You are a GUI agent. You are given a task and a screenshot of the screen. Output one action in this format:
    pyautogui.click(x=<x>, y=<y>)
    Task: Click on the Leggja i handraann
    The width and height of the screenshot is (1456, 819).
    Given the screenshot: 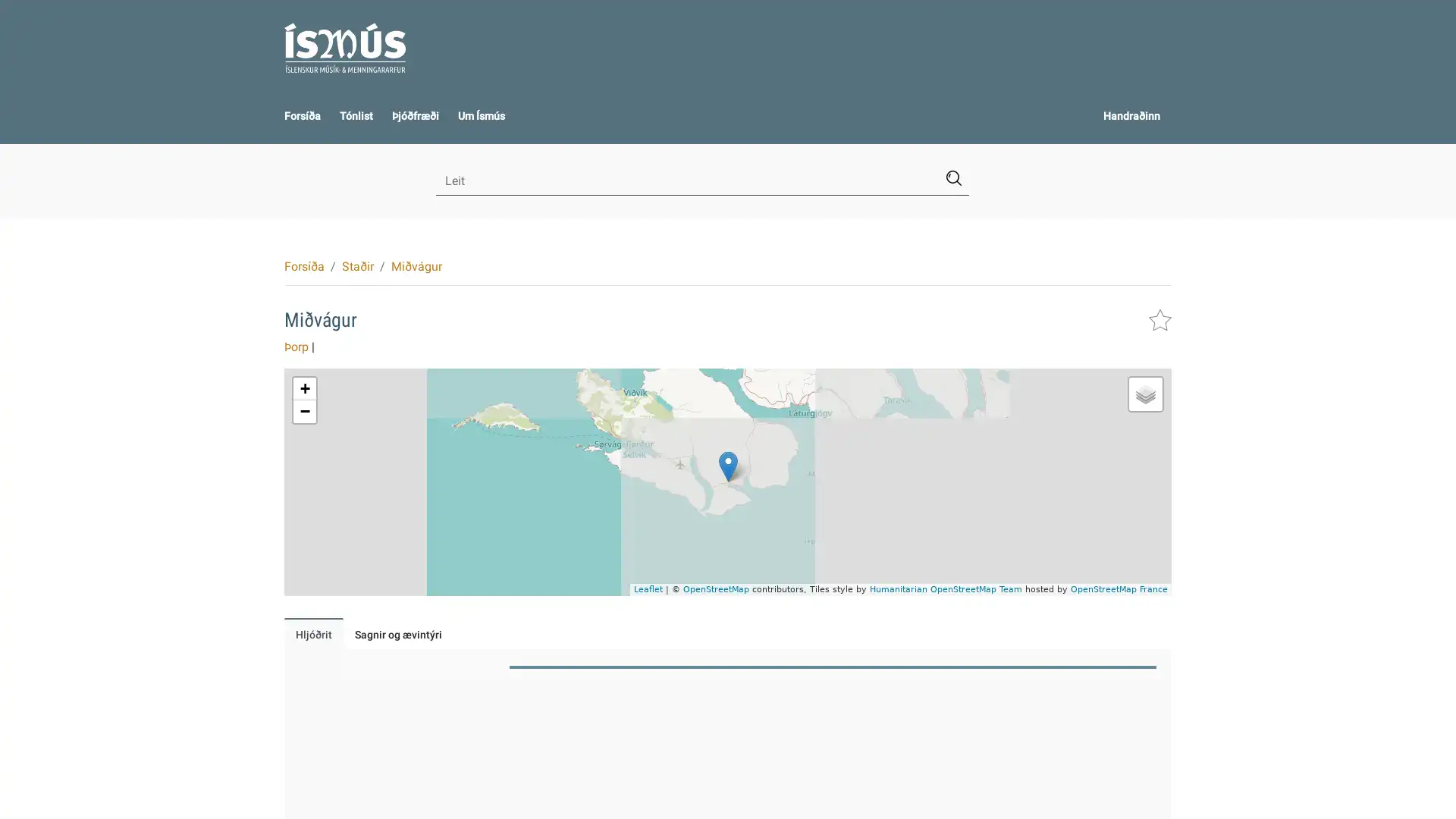 What is the action you would take?
    pyautogui.click(x=1159, y=318)
    